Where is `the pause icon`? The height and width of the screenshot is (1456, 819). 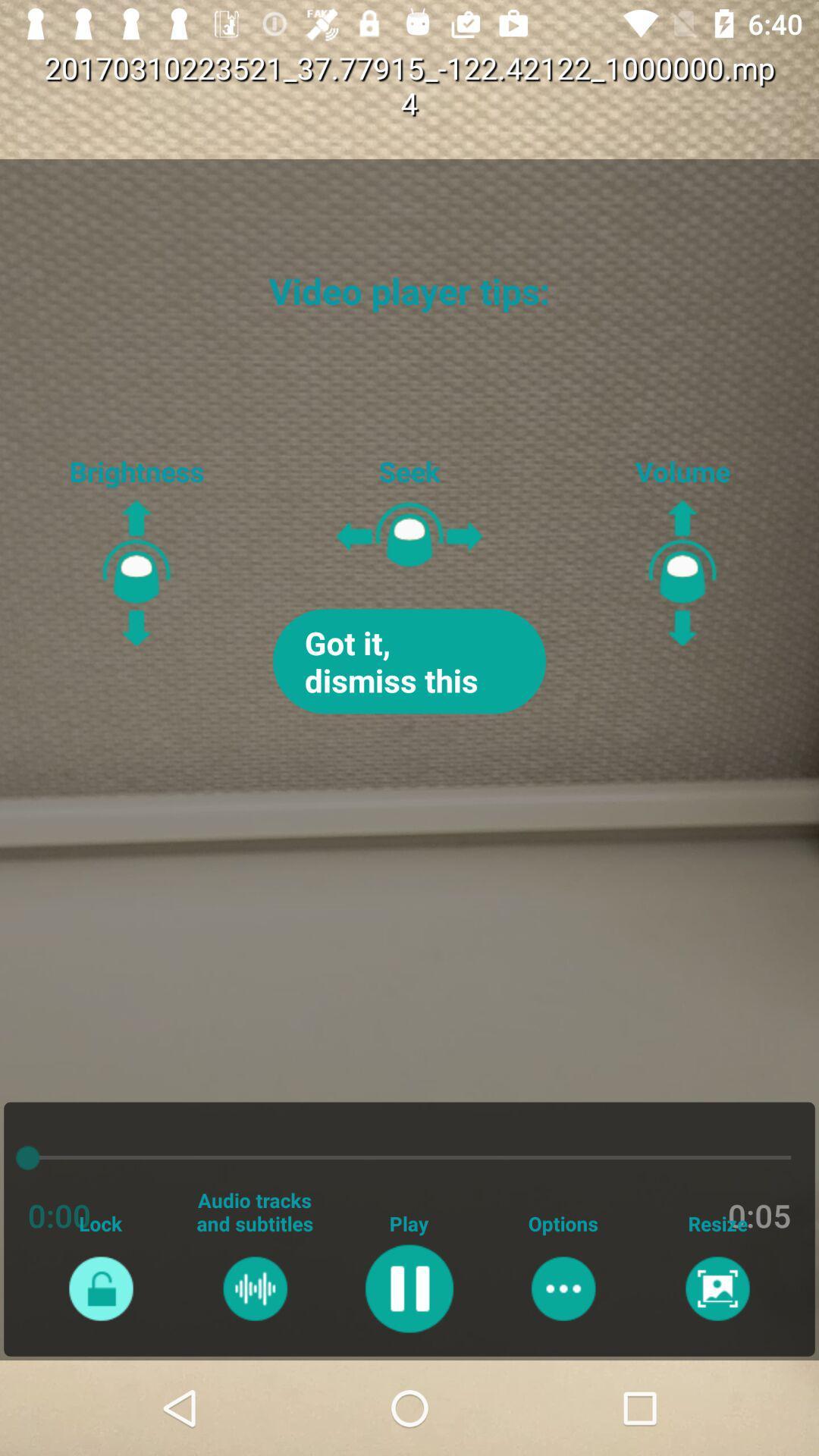 the pause icon is located at coordinates (408, 1288).